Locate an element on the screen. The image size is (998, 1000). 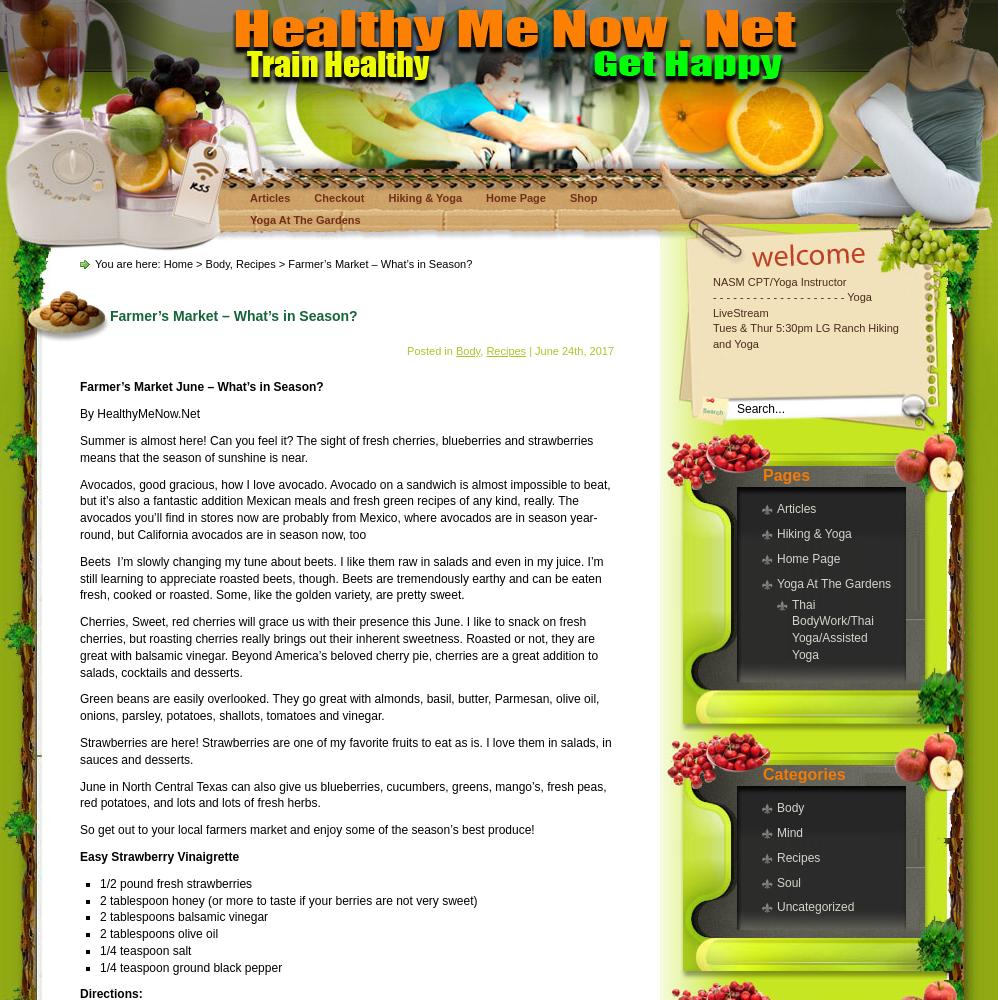
'Cherries, Sweet, red cherries will grace us with their presence this June. I like to snack on fresh cherries, but roasting cherries really brings out their inherent sweetness. Roasted or not, they are great with balsamic vinegar. Beyond America’s beloved cherry pie, cherries are a great addition to salads, cocktails and desserts.' is located at coordinates (339, 647).